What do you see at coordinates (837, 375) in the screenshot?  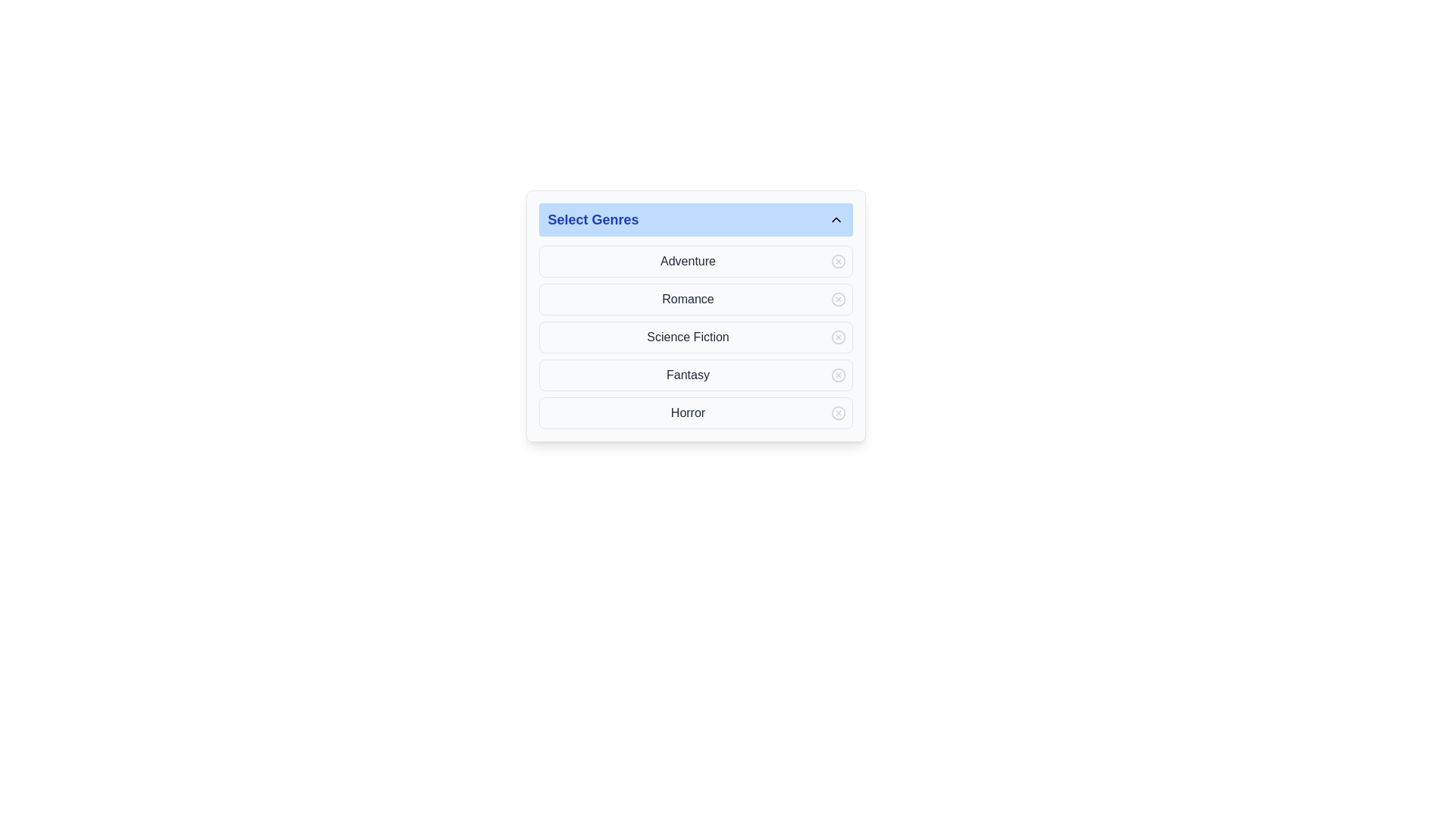 I see `the dismiss button located on the right side of the 'Fantasy' category` at bounding box center [837, 375].